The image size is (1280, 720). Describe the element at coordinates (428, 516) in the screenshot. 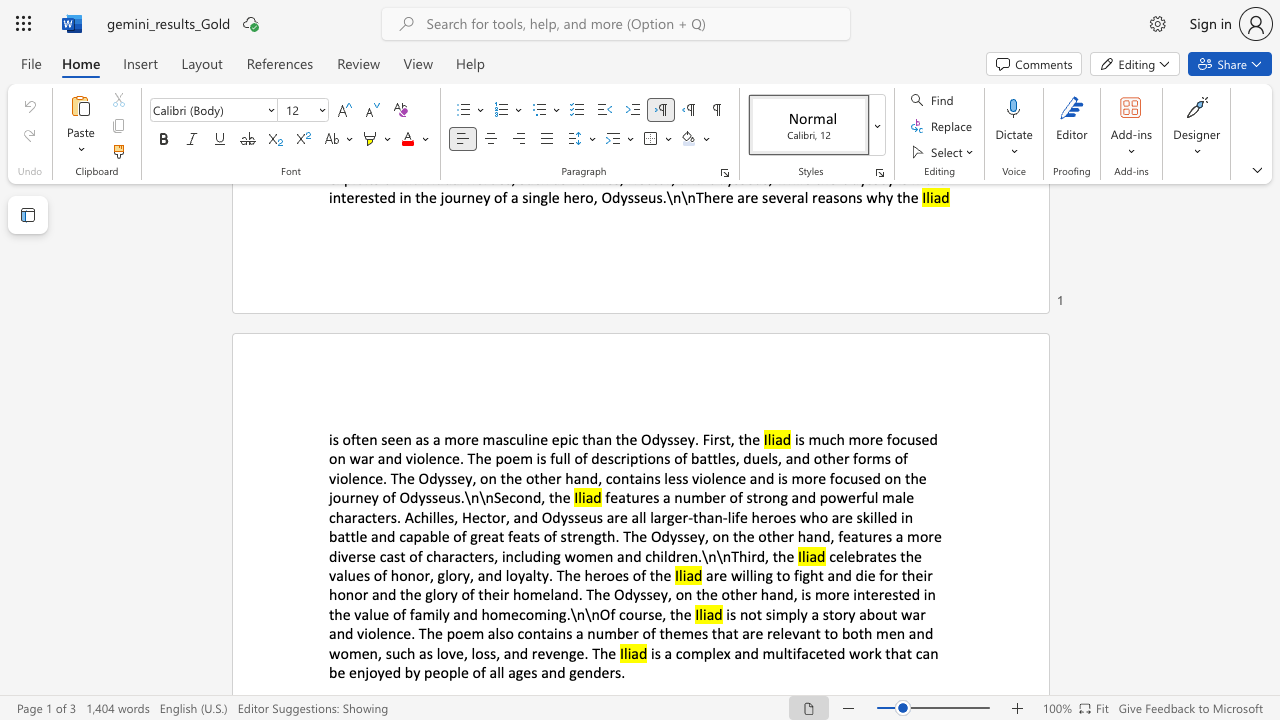

I see `the subset text "illes, Hector, and Odysseus are all larger-than-life heroes who are skilled in battle and capable of great feats of strength. The Odyssey, on the other hand, features a more diverse ca" within the text "features a number of strong and powerful male characters. Achilles, Hector, and Odysseus are all larger-than-life heroes who are skilled in battle and capable of great feats of strength. The Odyssey, on the other hand, features a more diverse cast of characters, including women and children.\n\nThird, the"` at that location.